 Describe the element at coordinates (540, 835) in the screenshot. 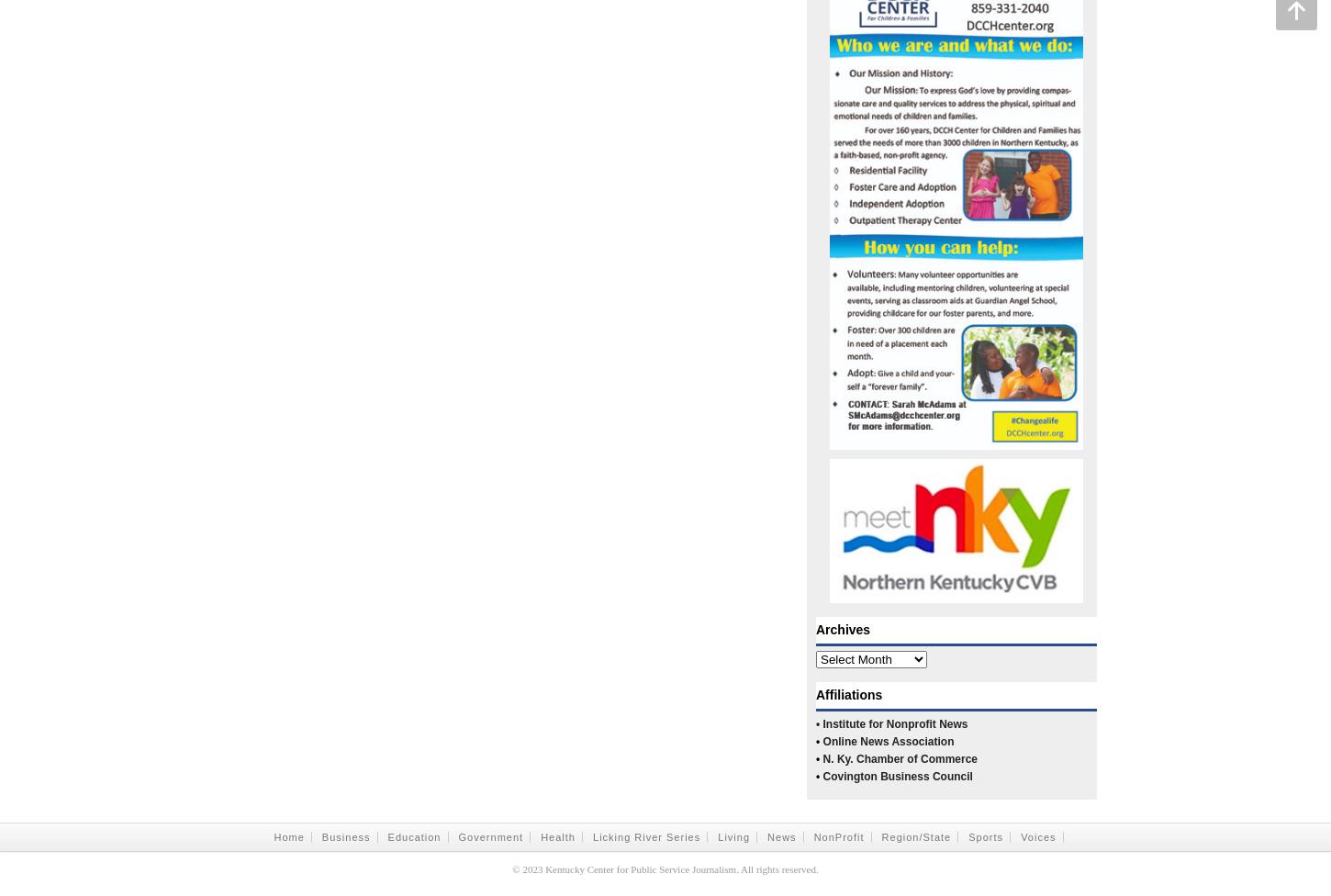

I see `'Health'` at that location.